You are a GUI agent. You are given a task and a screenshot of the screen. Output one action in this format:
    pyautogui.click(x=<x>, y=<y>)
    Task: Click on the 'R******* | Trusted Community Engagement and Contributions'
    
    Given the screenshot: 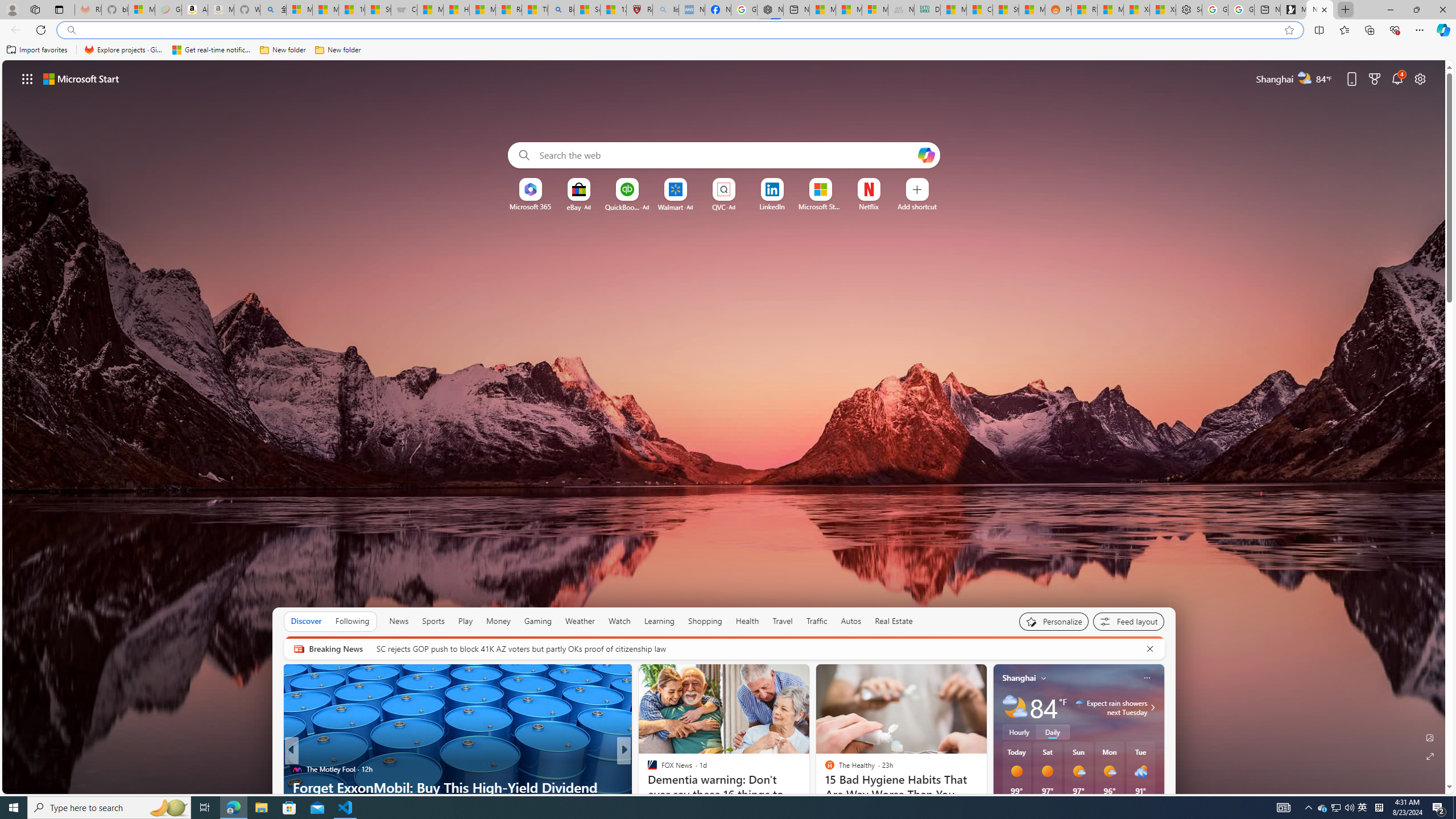 What is the action you would take?
    pyautogui.click(x=1083, y=9)
    